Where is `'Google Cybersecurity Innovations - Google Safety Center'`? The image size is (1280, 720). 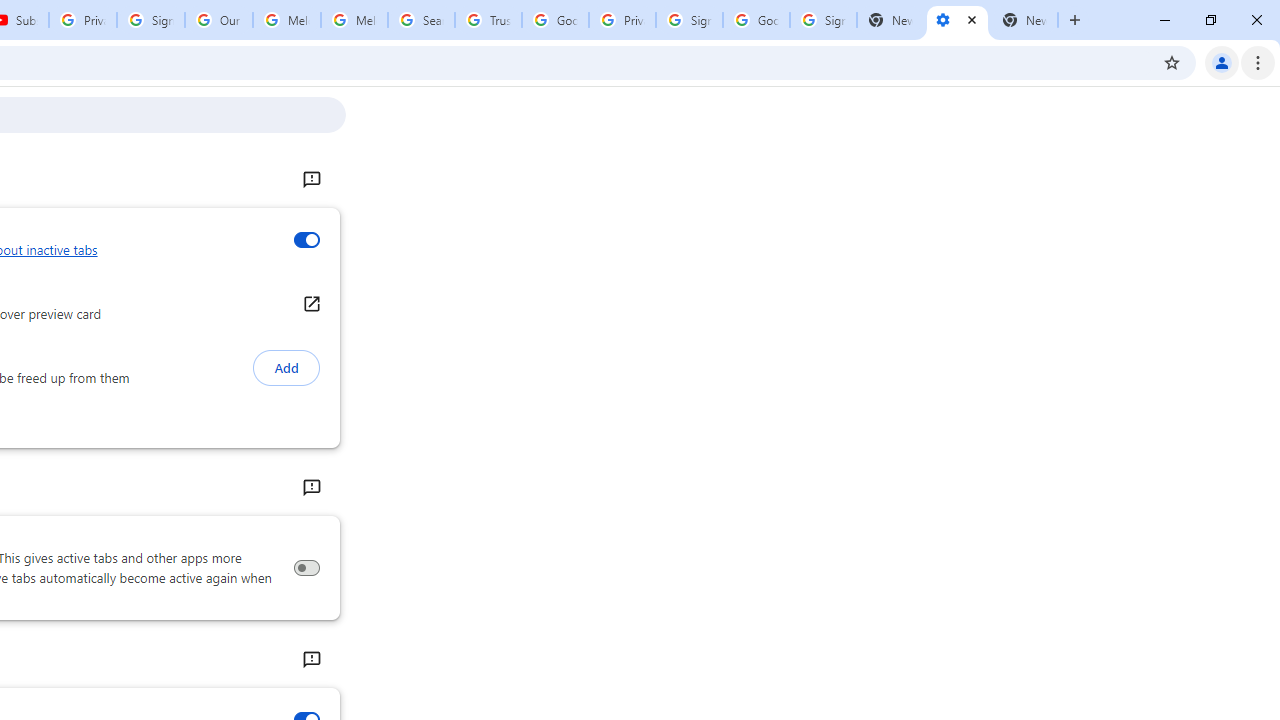 'Google Cybersecurity Innovations - Google Safety Center' is located at coordinates (755, 20).